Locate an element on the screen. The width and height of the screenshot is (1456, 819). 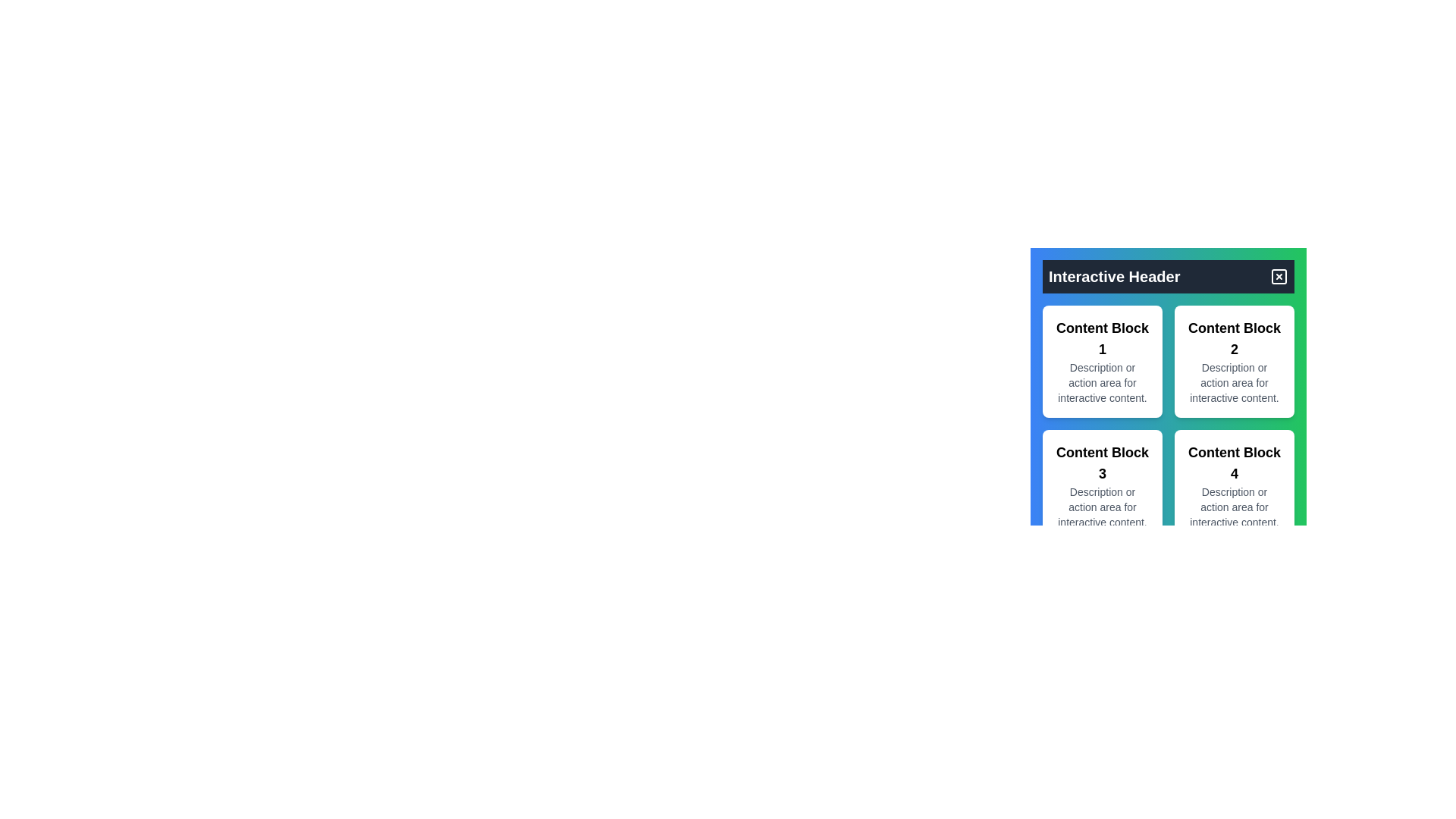
the Non-interactive content block titled 'Content Block 3', which features a white background, black text, and rounded corners is located at coordinates (1103, 485).